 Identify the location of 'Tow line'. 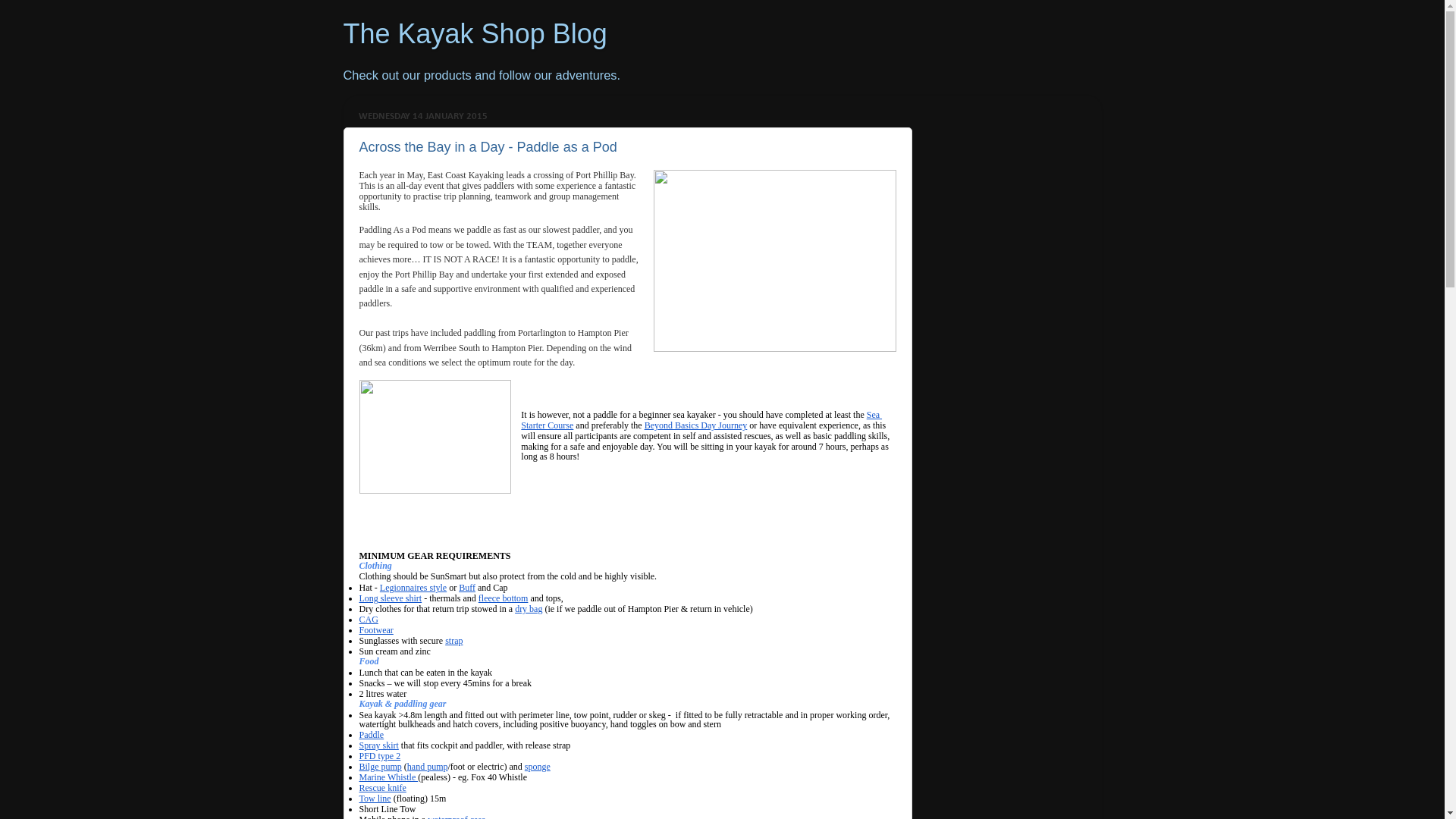
(375, 798).